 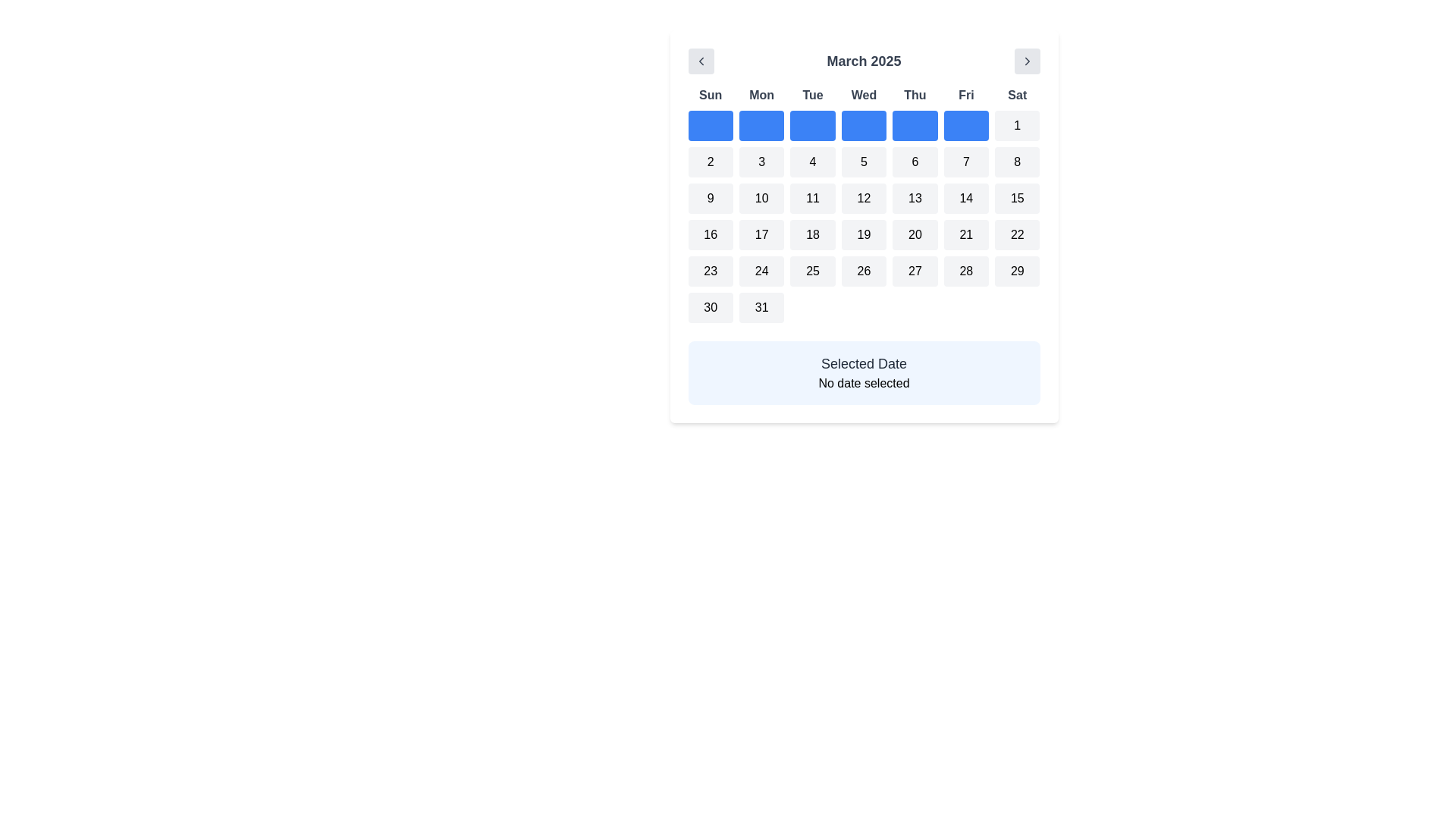 I want to click on the text label displaying 'Thu', which is the fifth element in a row representing the days of the week in a calendar grid, so click(x=914, y=96).